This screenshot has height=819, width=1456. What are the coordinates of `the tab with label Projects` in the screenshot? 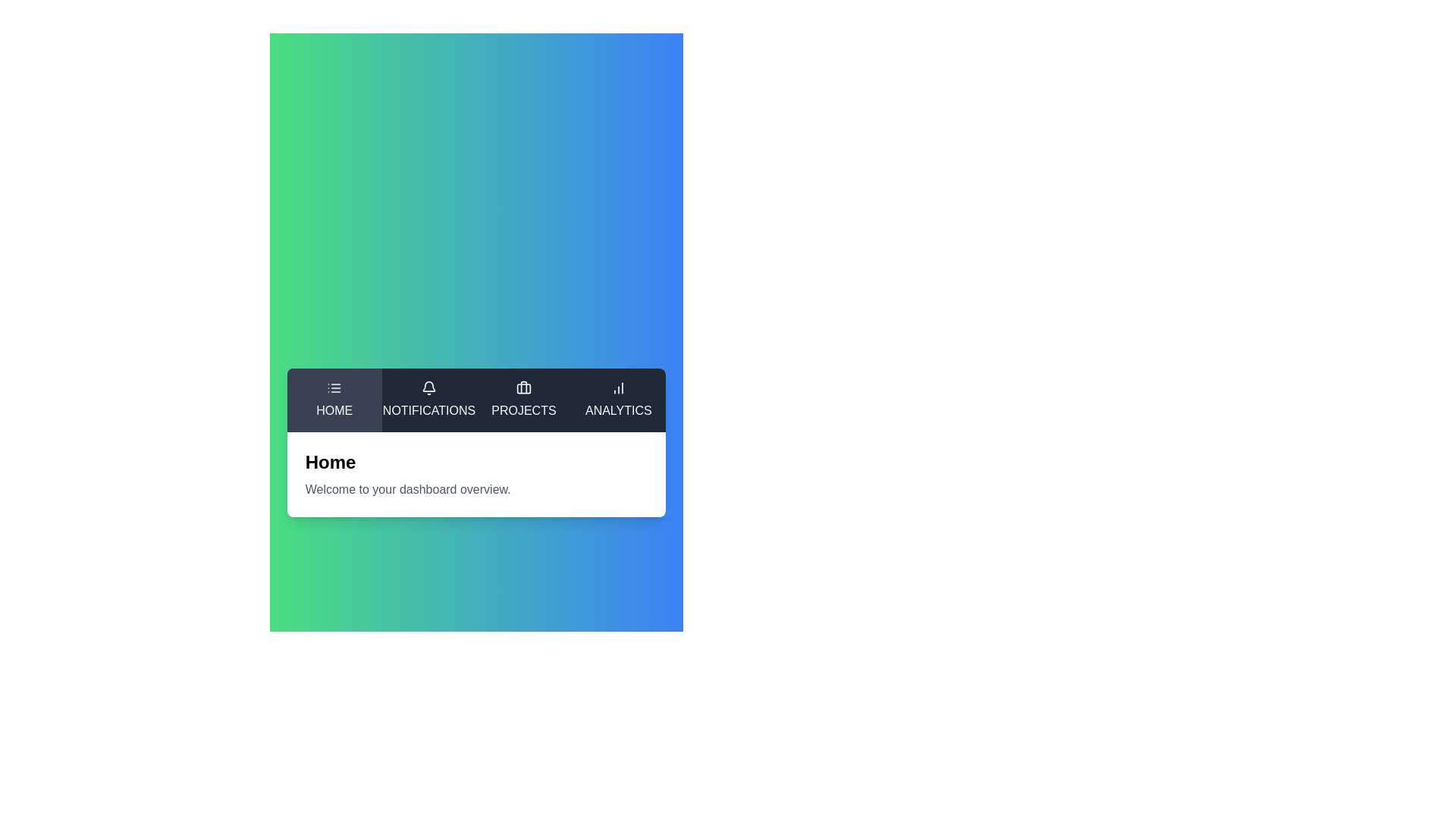 It's located at (524, 400).